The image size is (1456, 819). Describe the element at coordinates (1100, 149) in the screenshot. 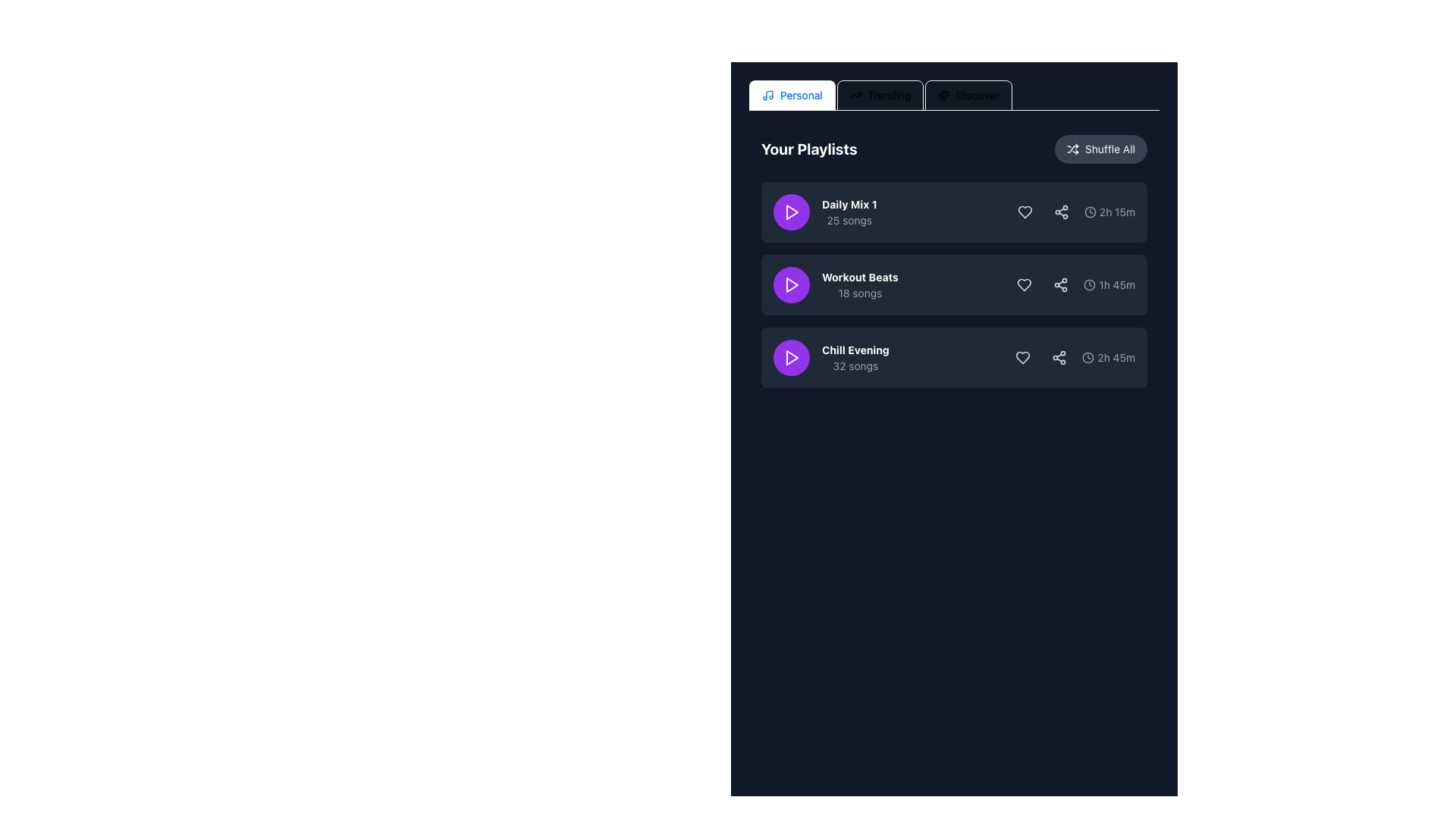

I see `the shuffle button located in the top-right area of the 'Your Playlists' section to initiate the shuffle action across the playlist` at that location.